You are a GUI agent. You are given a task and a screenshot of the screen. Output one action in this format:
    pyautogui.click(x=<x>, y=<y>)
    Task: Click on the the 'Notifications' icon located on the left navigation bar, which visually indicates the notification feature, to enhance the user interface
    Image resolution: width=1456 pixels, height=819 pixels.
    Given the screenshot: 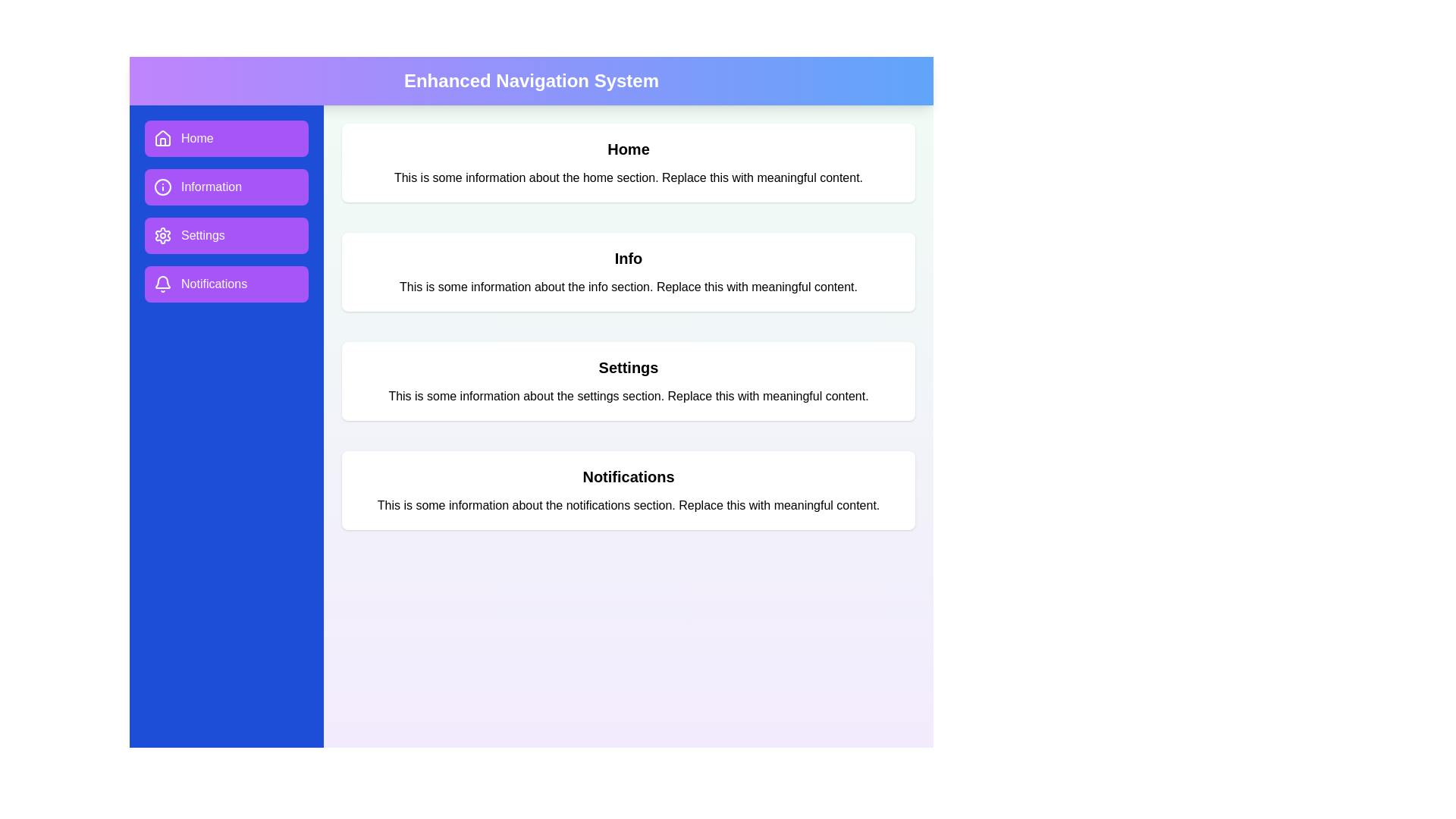 What is the action you would take?
    pyautogui.click(x=163, y=284)
    